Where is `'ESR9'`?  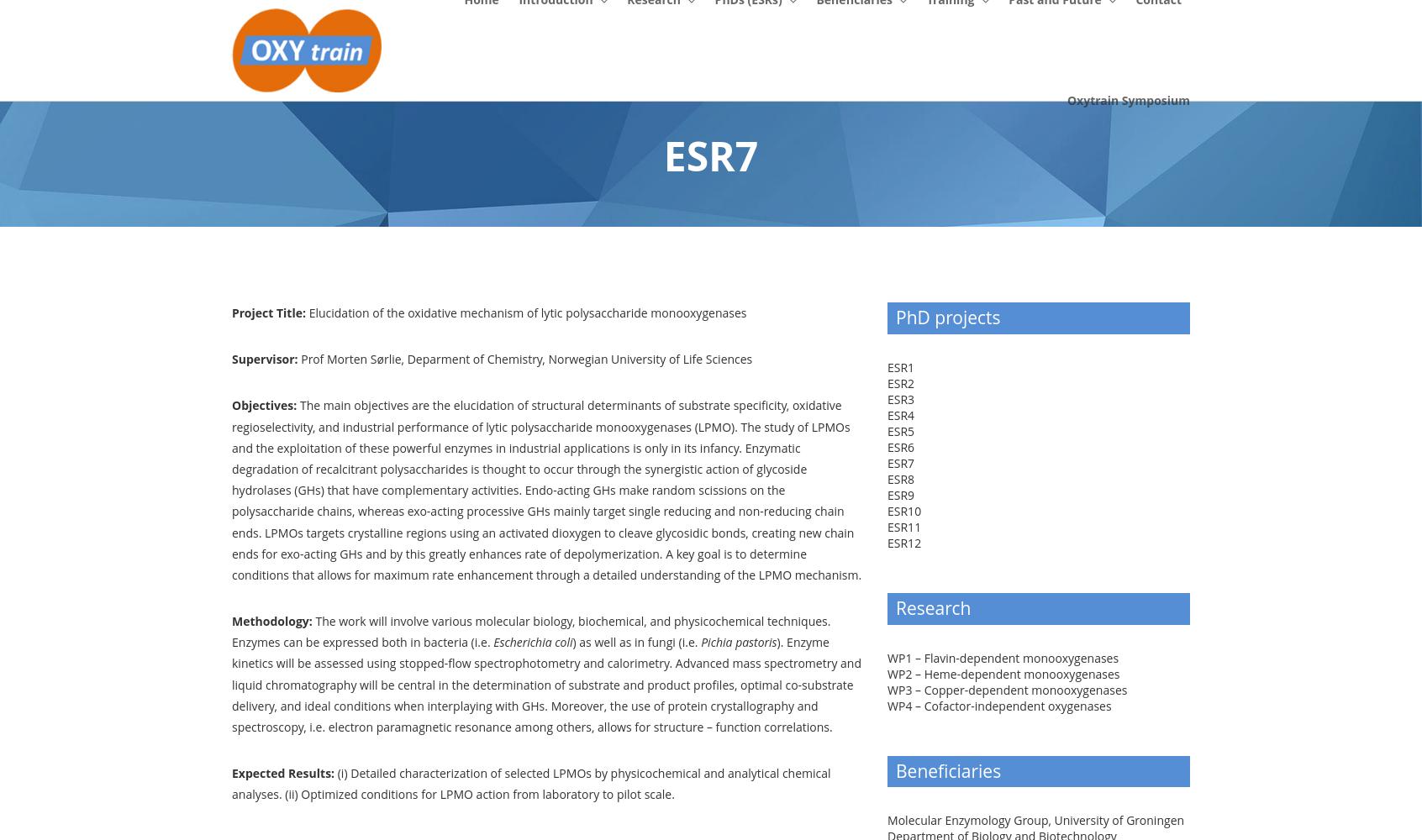
'ESR9' is located at coordinates (901, 493).